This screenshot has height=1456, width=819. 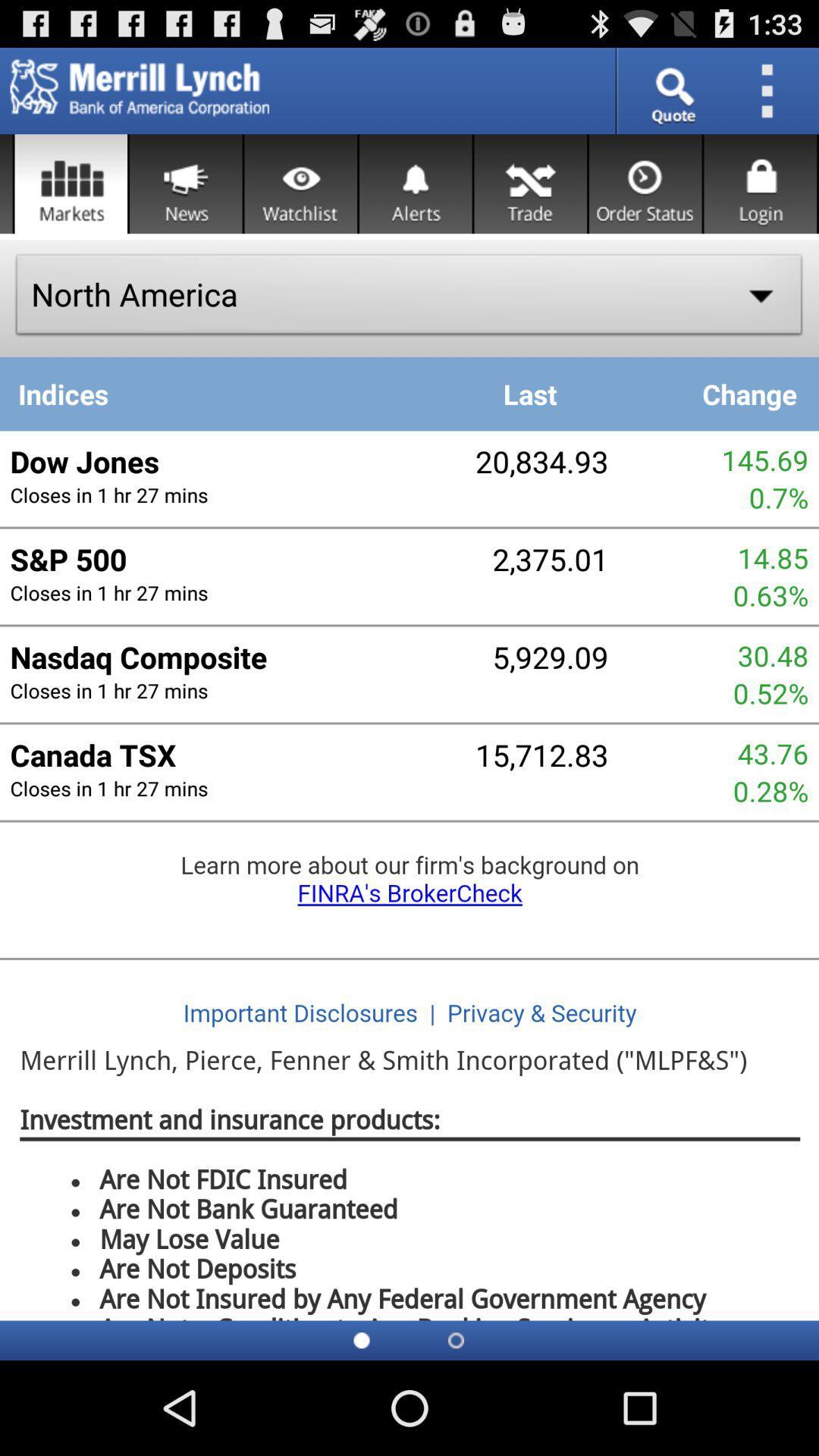 I want to click on the time icon, so click(x=645, y=196).